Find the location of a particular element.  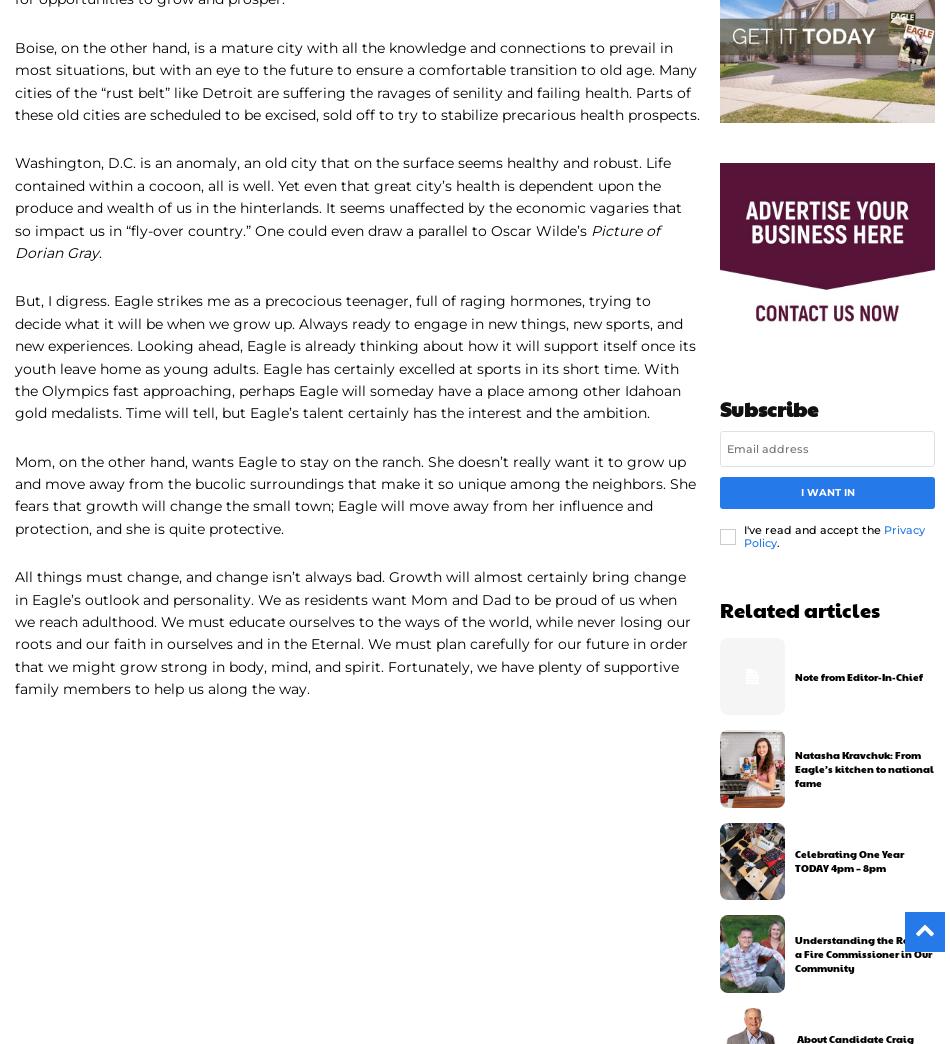

'Understanding the Role of a Fire Commissioner in Our Community' is located at coordinates (793, 951).